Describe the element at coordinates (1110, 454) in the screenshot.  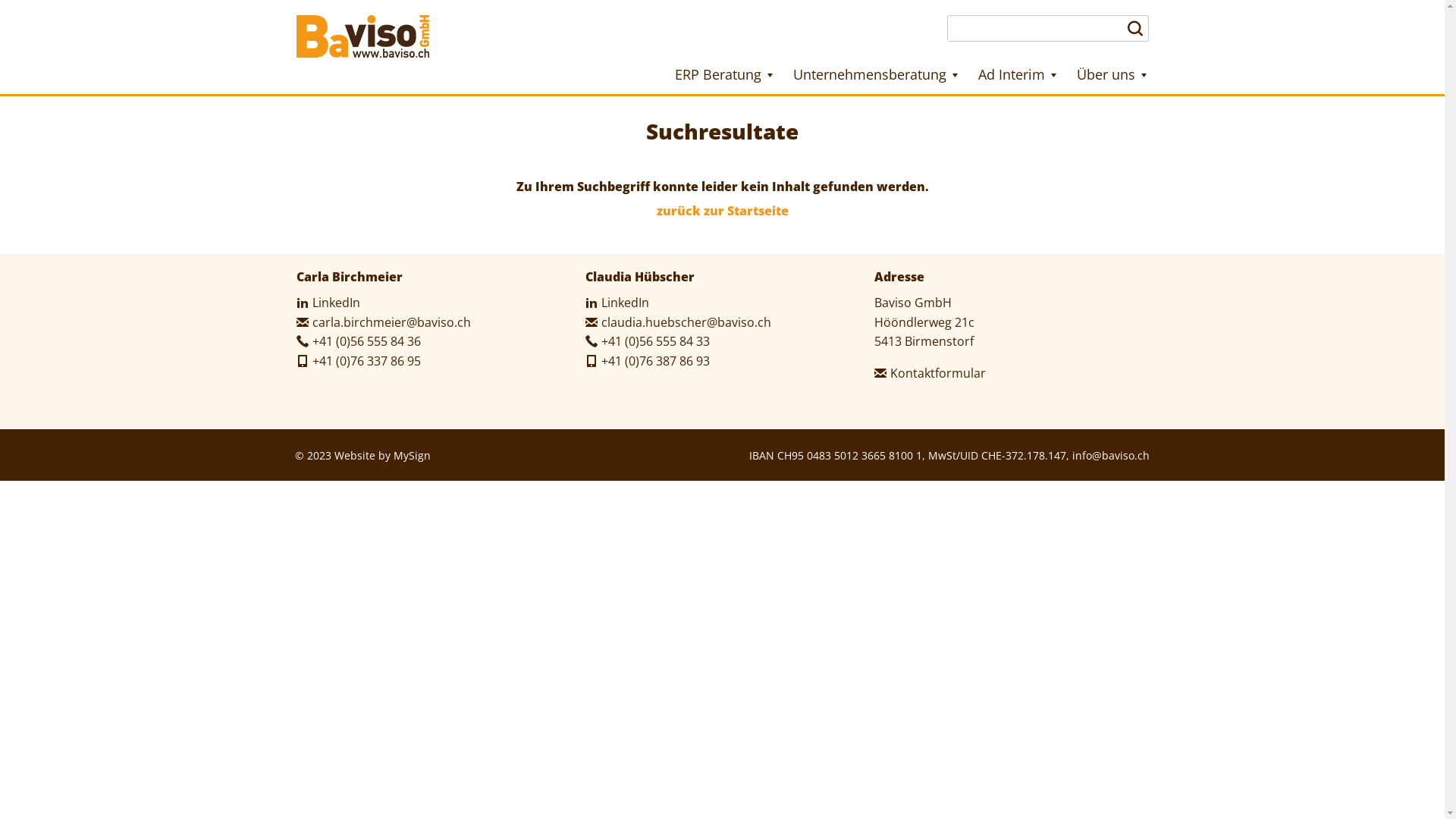
I see `'info@baviso.ch'` at that location.